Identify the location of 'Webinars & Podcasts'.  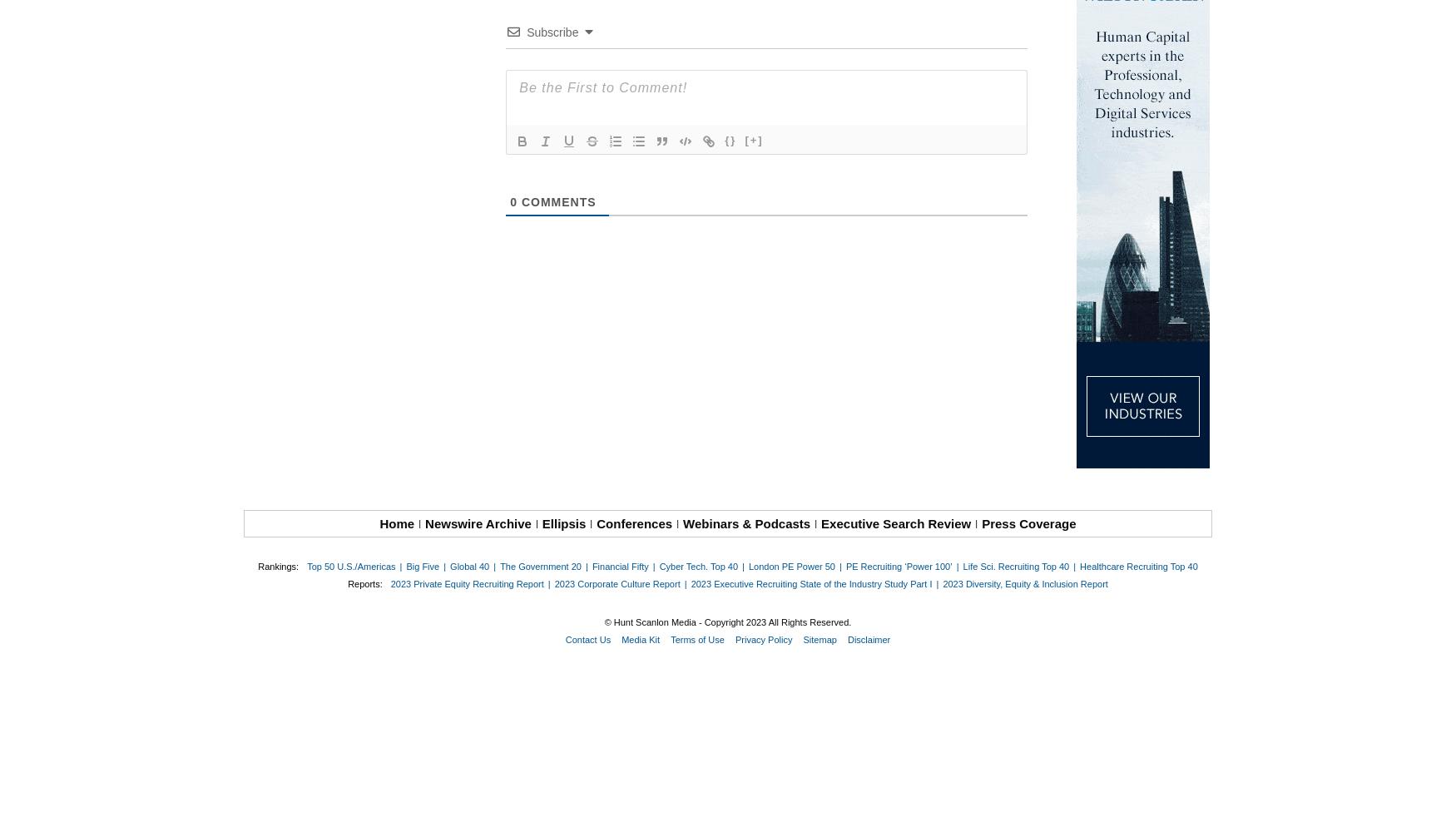
(745, 523).